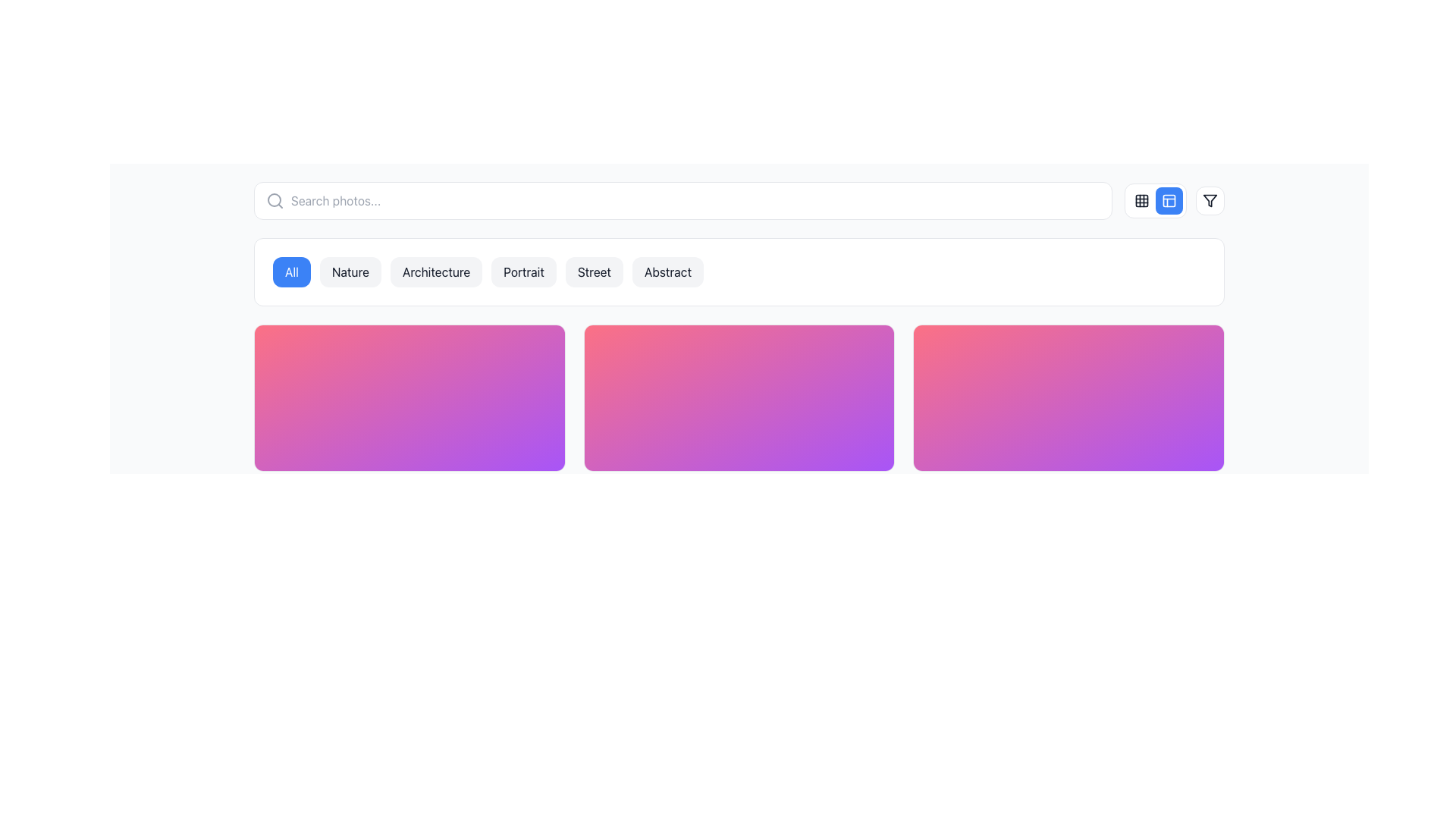 This screenshot has width=1456, height=819. I want to click on the square button with a grid icon inside, located at the top right corner of the interface, so click(1142, 200).